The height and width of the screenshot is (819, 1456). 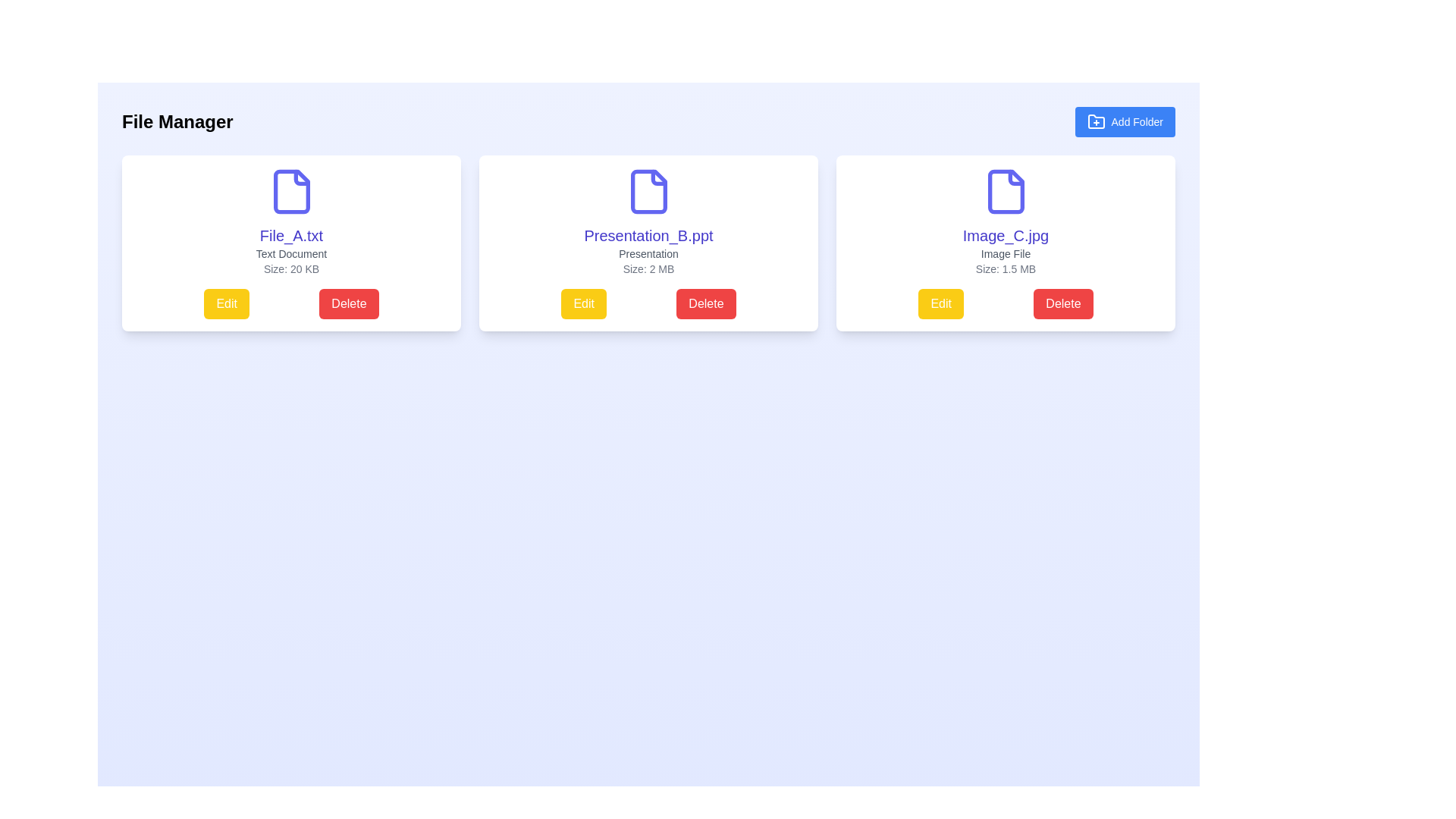 What do you see at coordinates (1006, 242) in the screenshot?
I see `the Card Component displaying the file 'Image_C.jpg', located at the far right of the grid layout in the File Manager` at bounding box center [1006, 242].